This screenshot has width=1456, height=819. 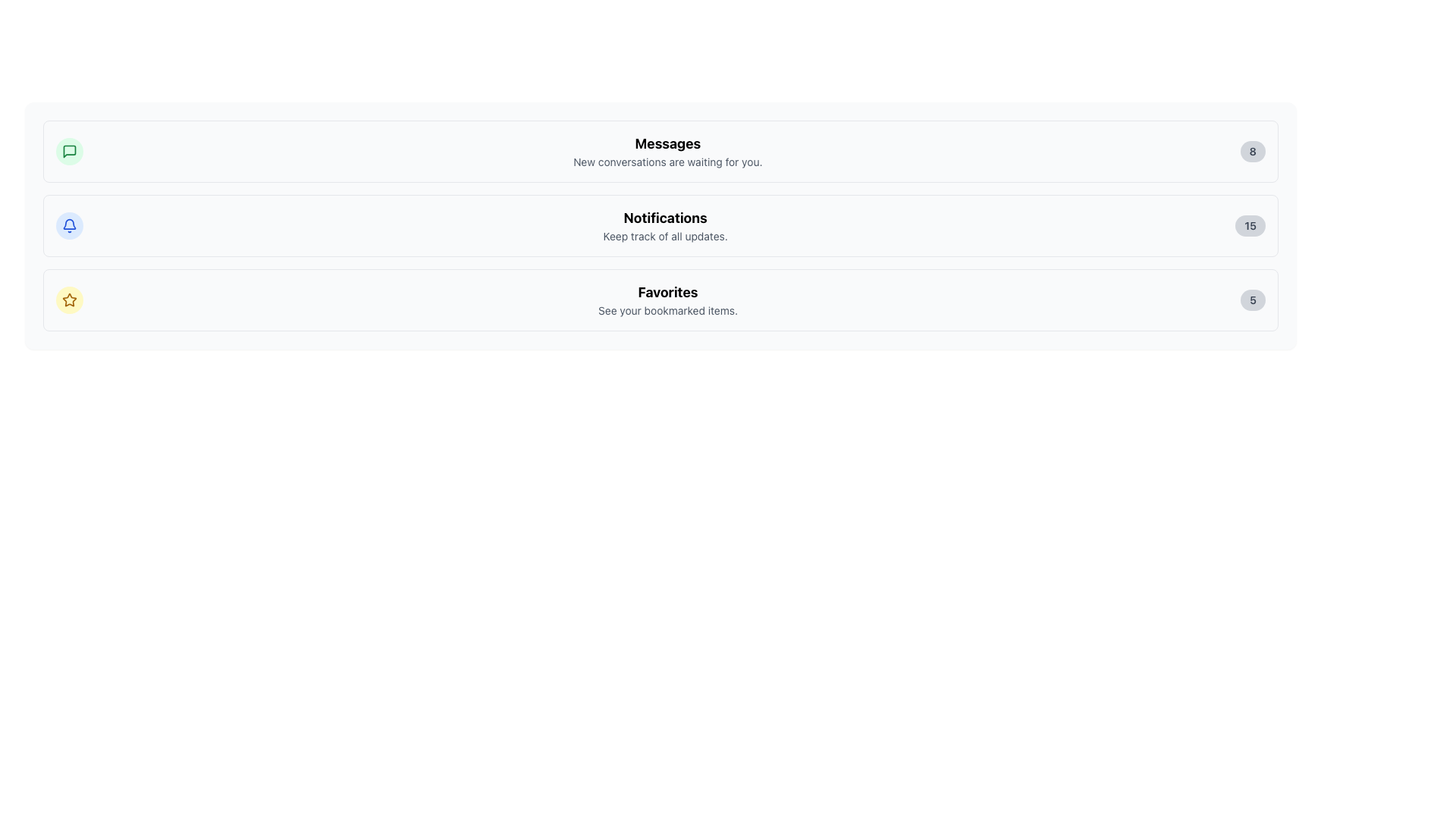 I want to click on the text label displaying the number '15' in bold dark gray text, located at the top-right corner of the notification card labeled 'Notifications Keep track of all updates.', so click(x=1250, y=225).